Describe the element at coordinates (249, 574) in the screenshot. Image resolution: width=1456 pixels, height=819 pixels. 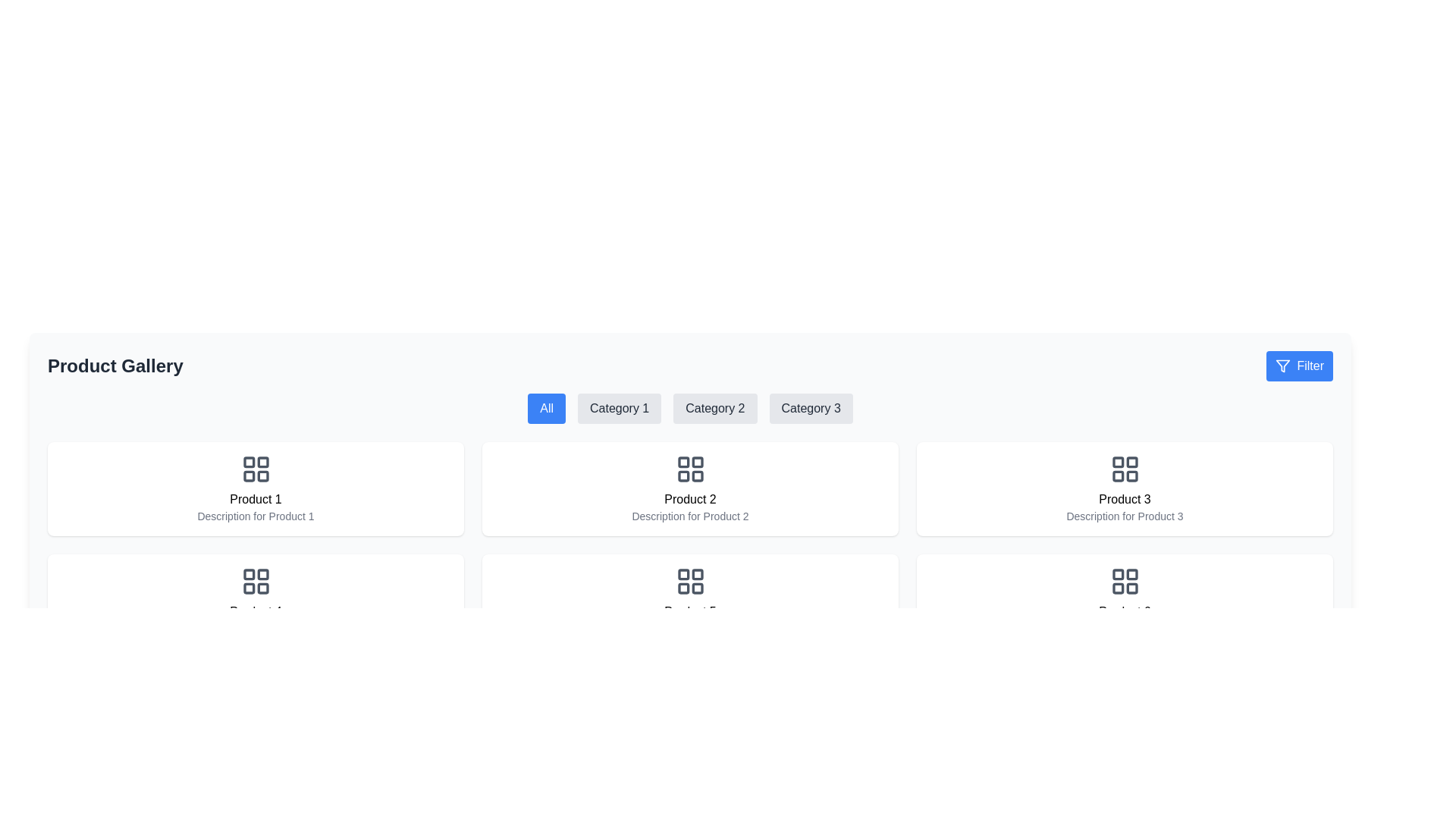
I see `the top-left square with rounded corners in the dark gray grid icon above the text 'Product 4'` at that location.